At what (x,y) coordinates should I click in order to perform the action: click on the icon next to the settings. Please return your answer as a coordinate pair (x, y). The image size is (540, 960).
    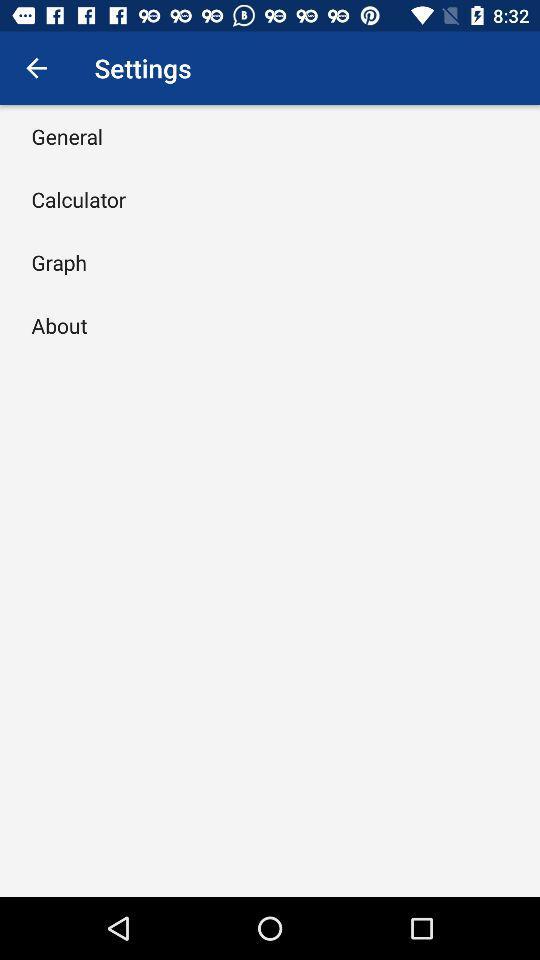
    Looking at the image, I should click on (36, 68).